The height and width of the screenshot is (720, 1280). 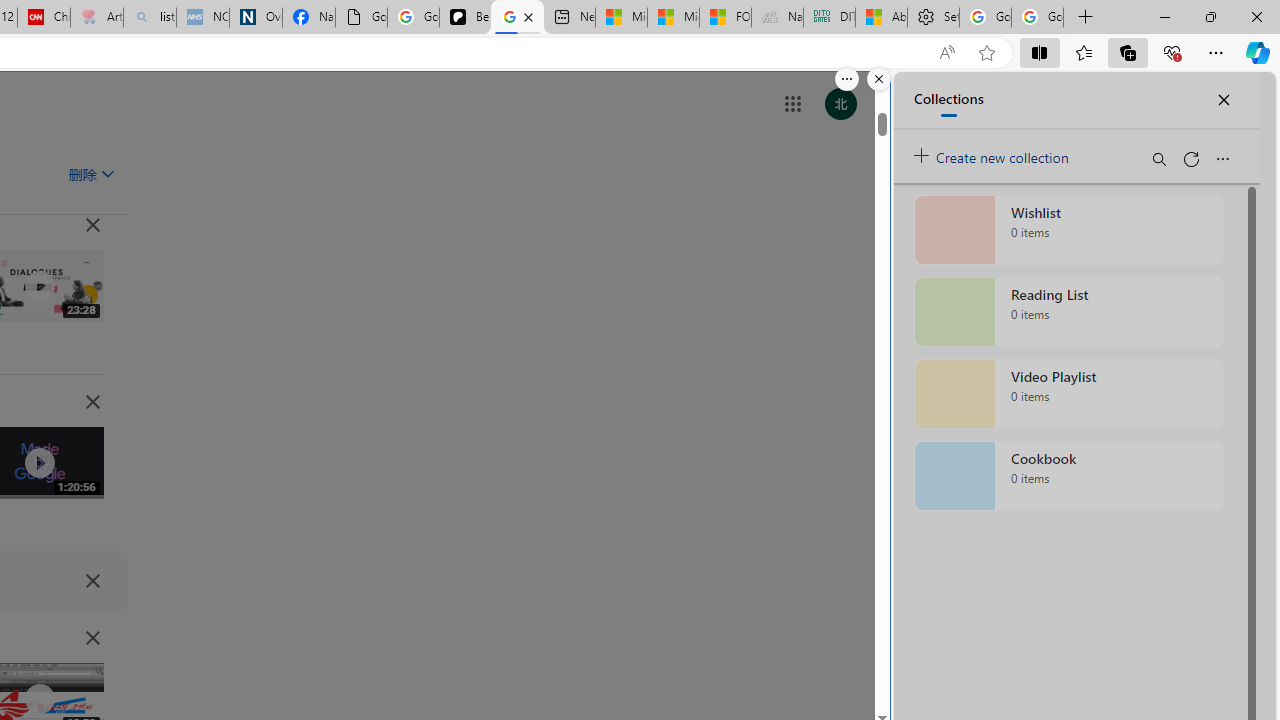 What do you see at coordinates (464, 17) in the screenshot?
I see `'Be Smart | creating Science videos | Patreon'` at bounding box center [464, 17].